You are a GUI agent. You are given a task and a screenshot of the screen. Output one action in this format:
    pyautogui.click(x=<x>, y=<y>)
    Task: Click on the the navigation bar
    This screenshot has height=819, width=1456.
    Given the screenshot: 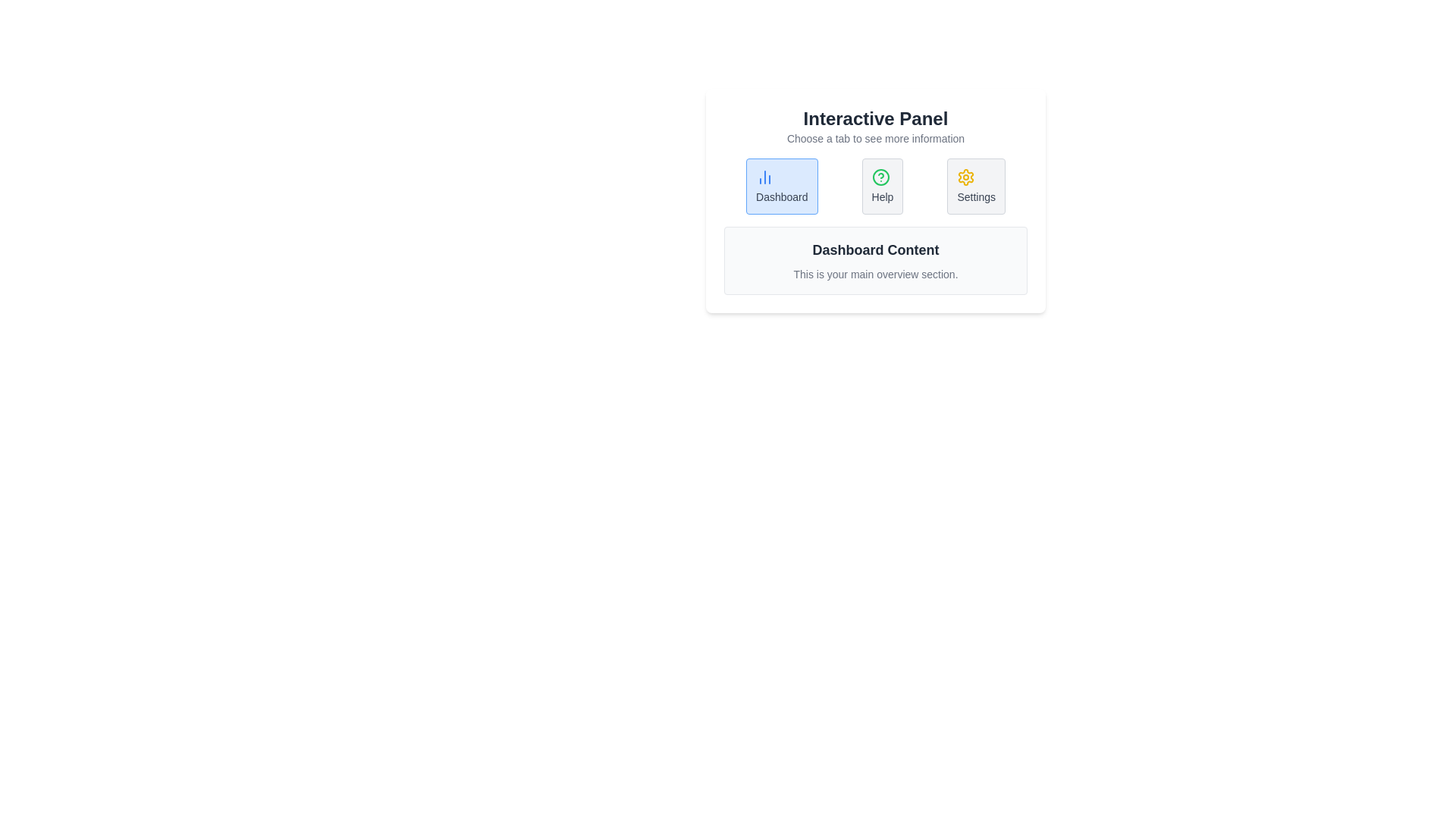 What is the action you would take?
    pyautogui.click(x=876, y=186)
    